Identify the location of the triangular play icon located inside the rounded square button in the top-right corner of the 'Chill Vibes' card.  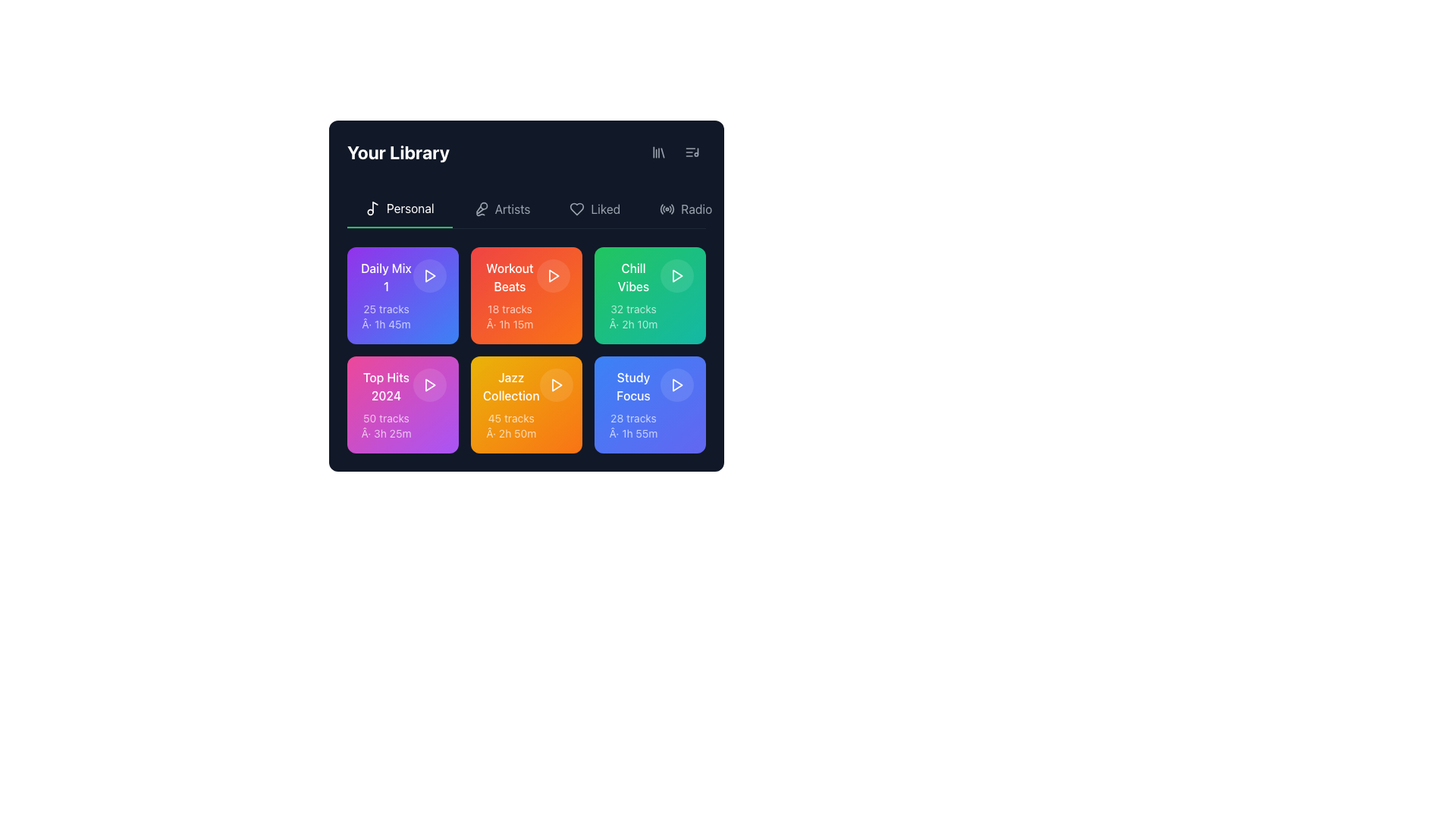
(676, 275).